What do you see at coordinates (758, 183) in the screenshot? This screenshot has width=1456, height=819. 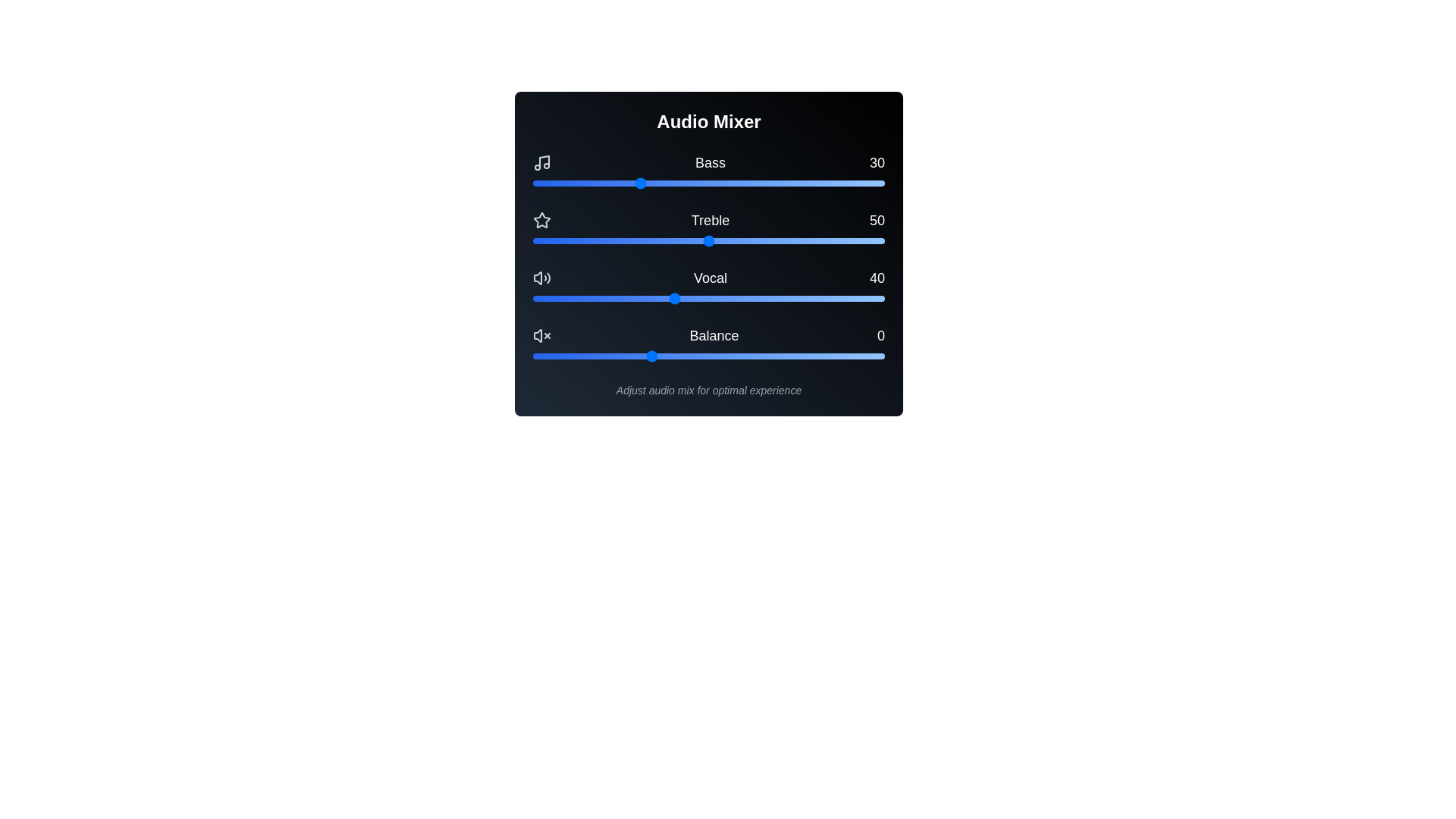 I see `the bass slider to 64 by dragging it to the desired position` at bounding box center [758, 183].